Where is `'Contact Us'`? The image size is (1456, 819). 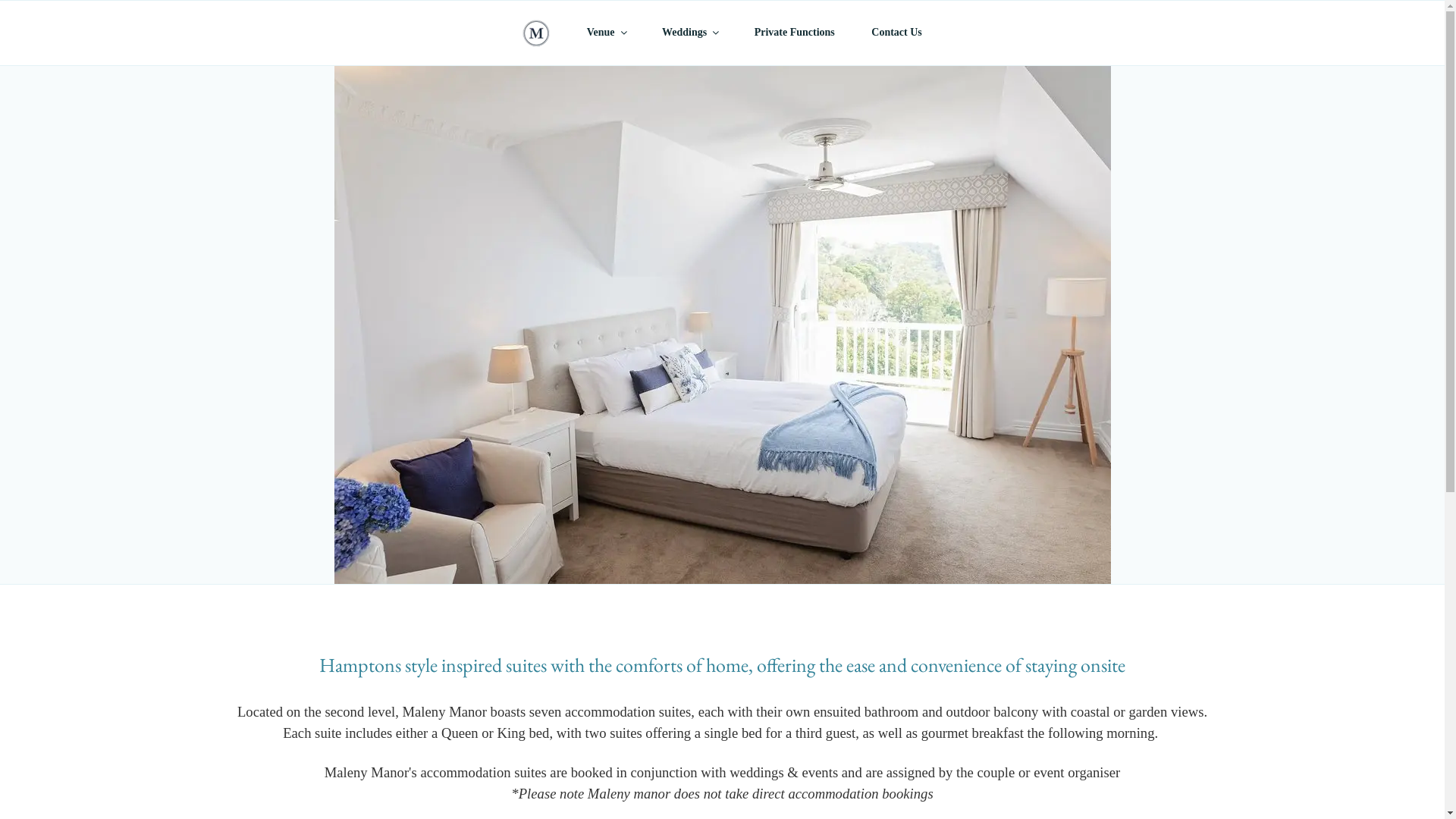 'Contact Us' is located at coordinates (851, 32).